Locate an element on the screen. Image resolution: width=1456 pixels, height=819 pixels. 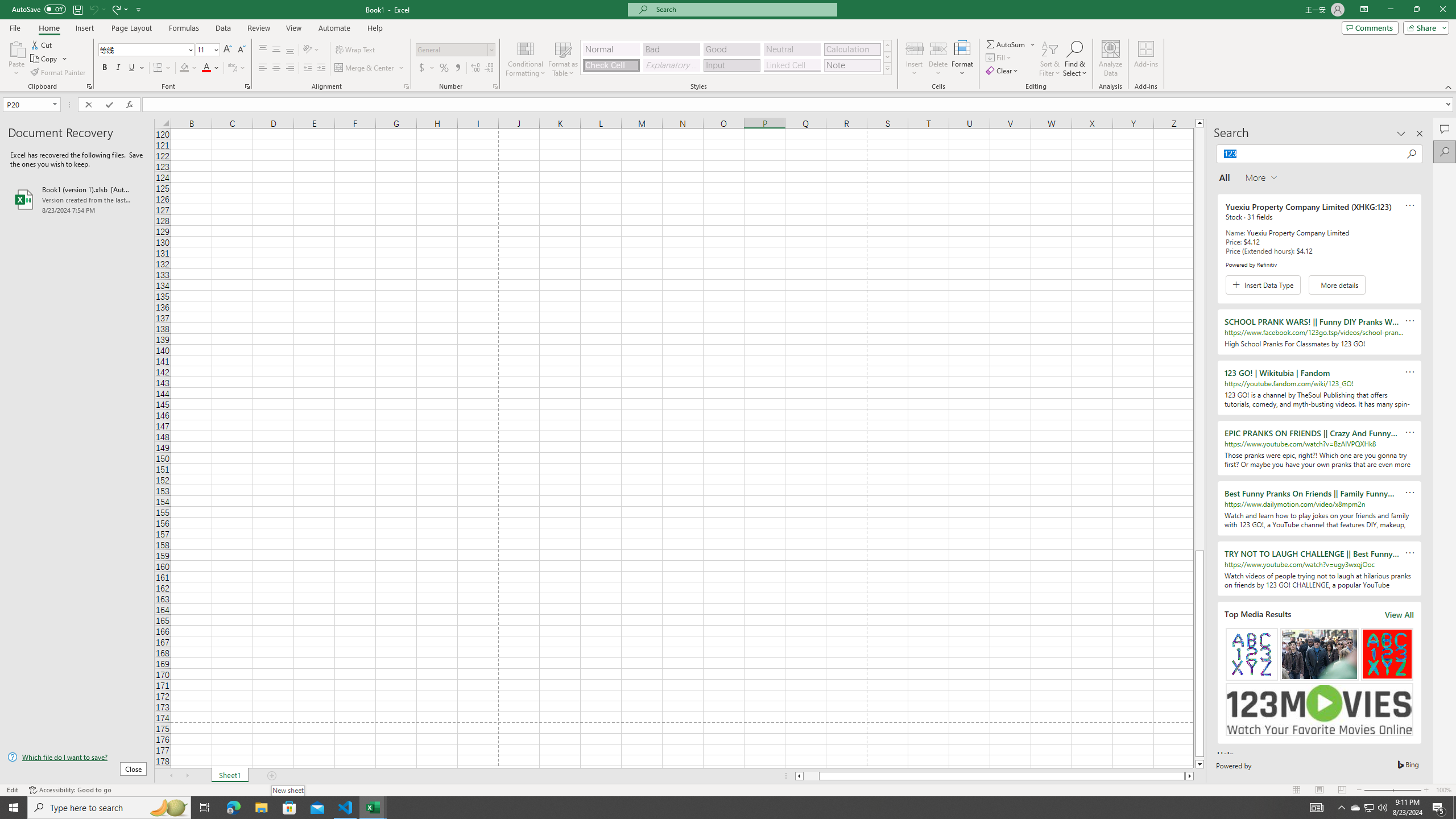
'Cell Styles' is located at coordinates (887, 68).